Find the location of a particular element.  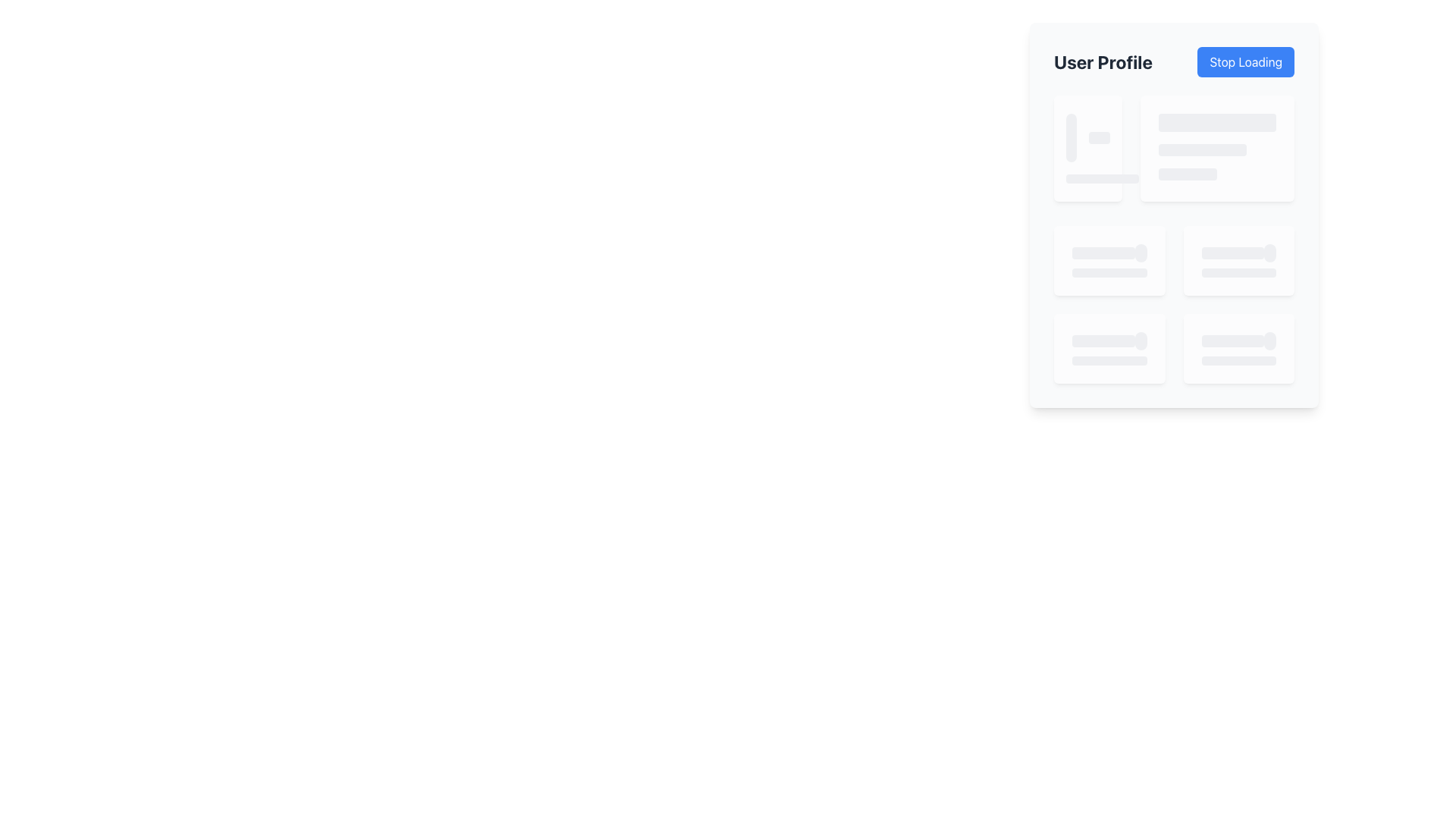

the slider value is located at coordinates (1119, 341).